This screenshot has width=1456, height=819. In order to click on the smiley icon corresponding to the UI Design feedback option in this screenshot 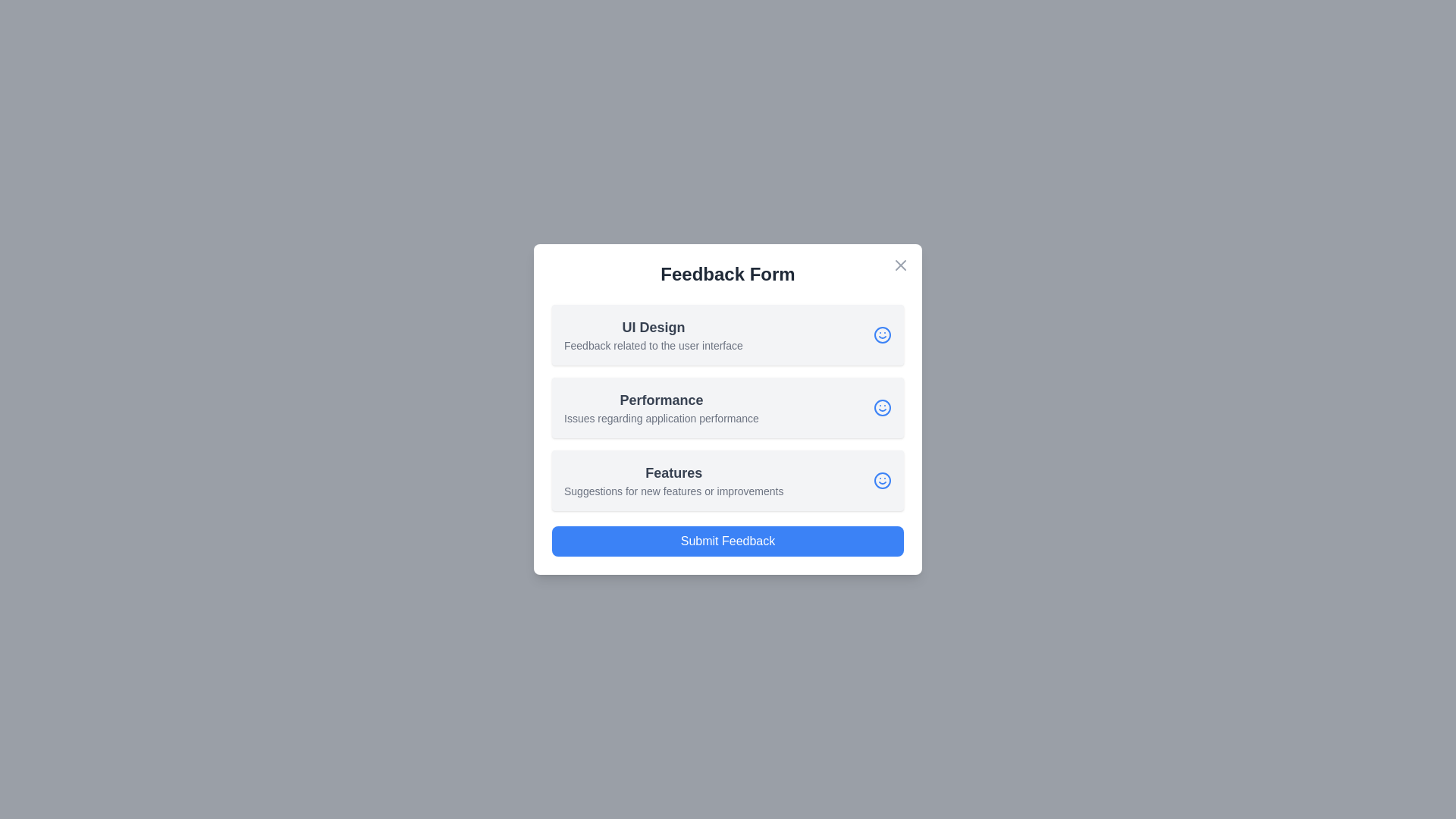, I will do `click(882, 334)`.